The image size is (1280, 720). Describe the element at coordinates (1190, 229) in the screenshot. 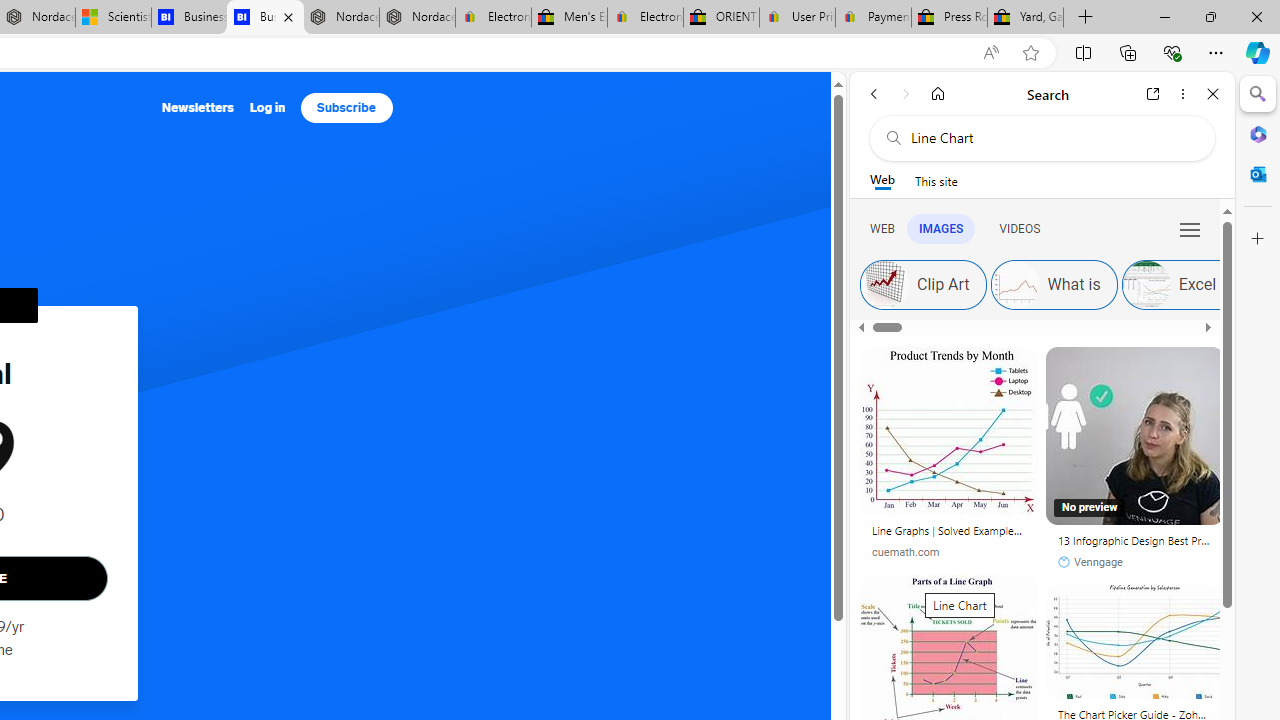

I see `'Class: b_serphb'` at that location.